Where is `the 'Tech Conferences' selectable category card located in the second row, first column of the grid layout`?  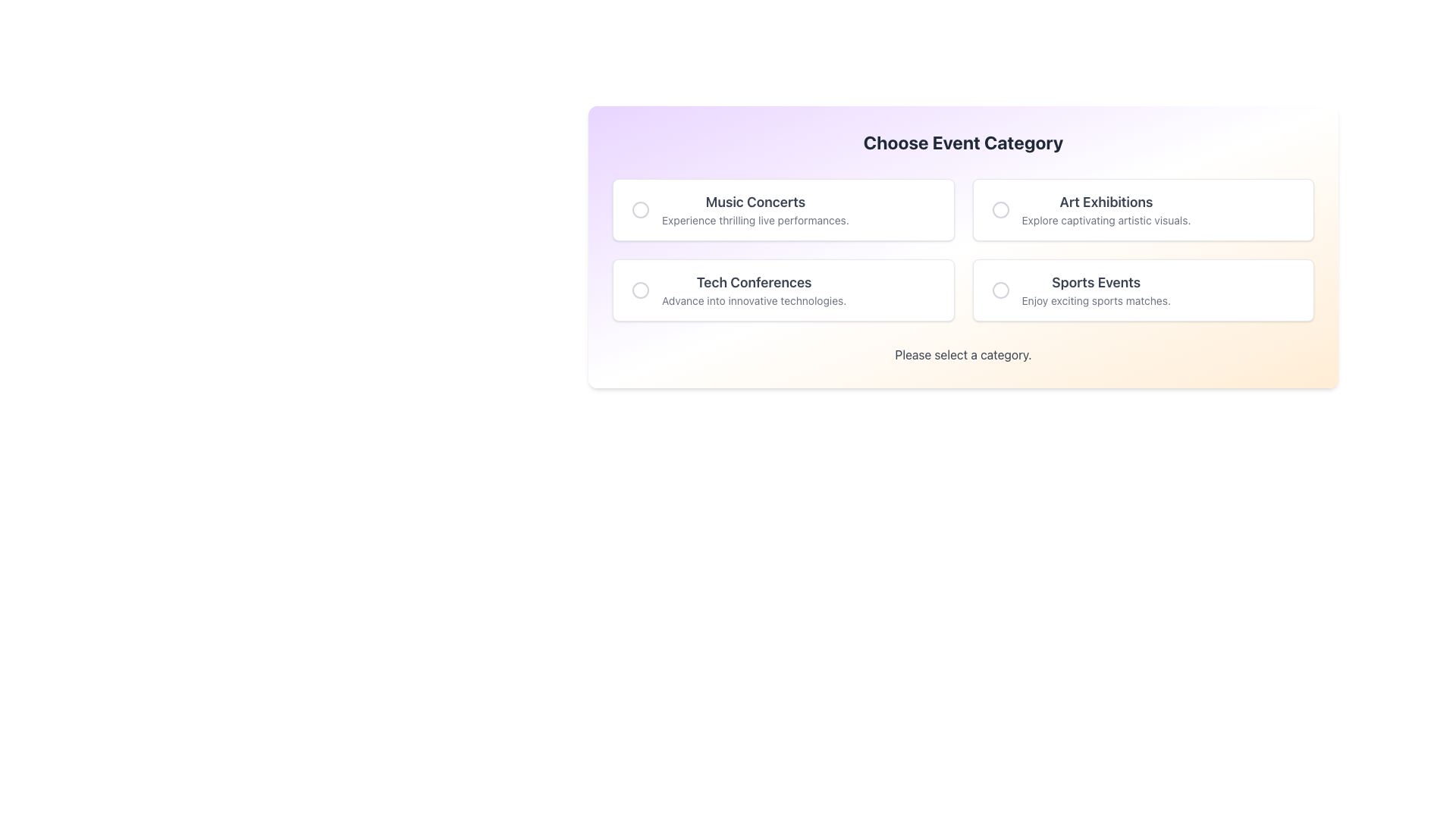
the 'Tech Conferences' selectable category card located in the second row, first column of the grid layout is located at coordinates (783, 290).